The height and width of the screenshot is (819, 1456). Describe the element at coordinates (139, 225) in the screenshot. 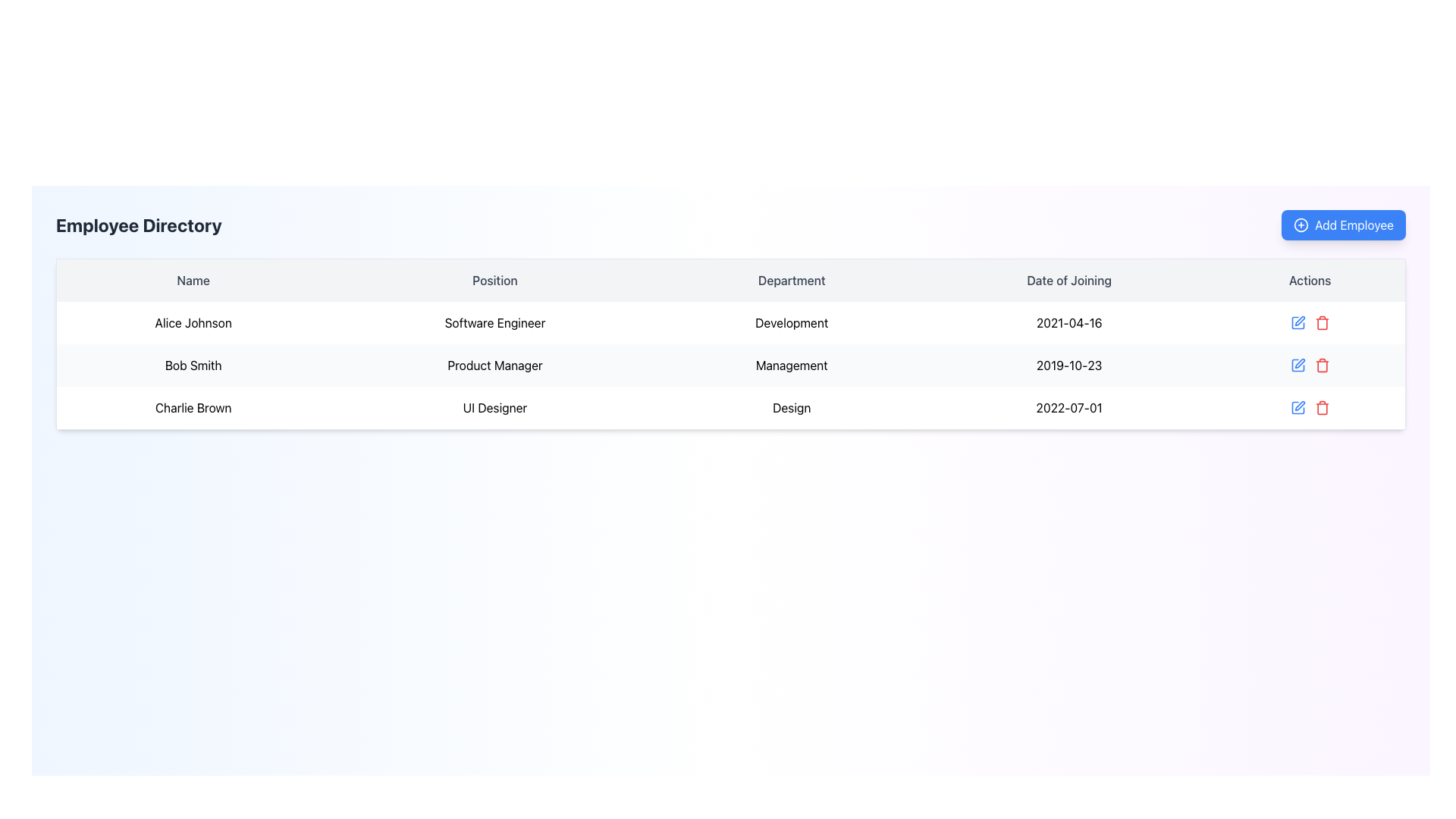

I see `the text label indicating 'Employee Directory', which is positioned at the top left corner of the interface and serves as the title for the page` at that location.